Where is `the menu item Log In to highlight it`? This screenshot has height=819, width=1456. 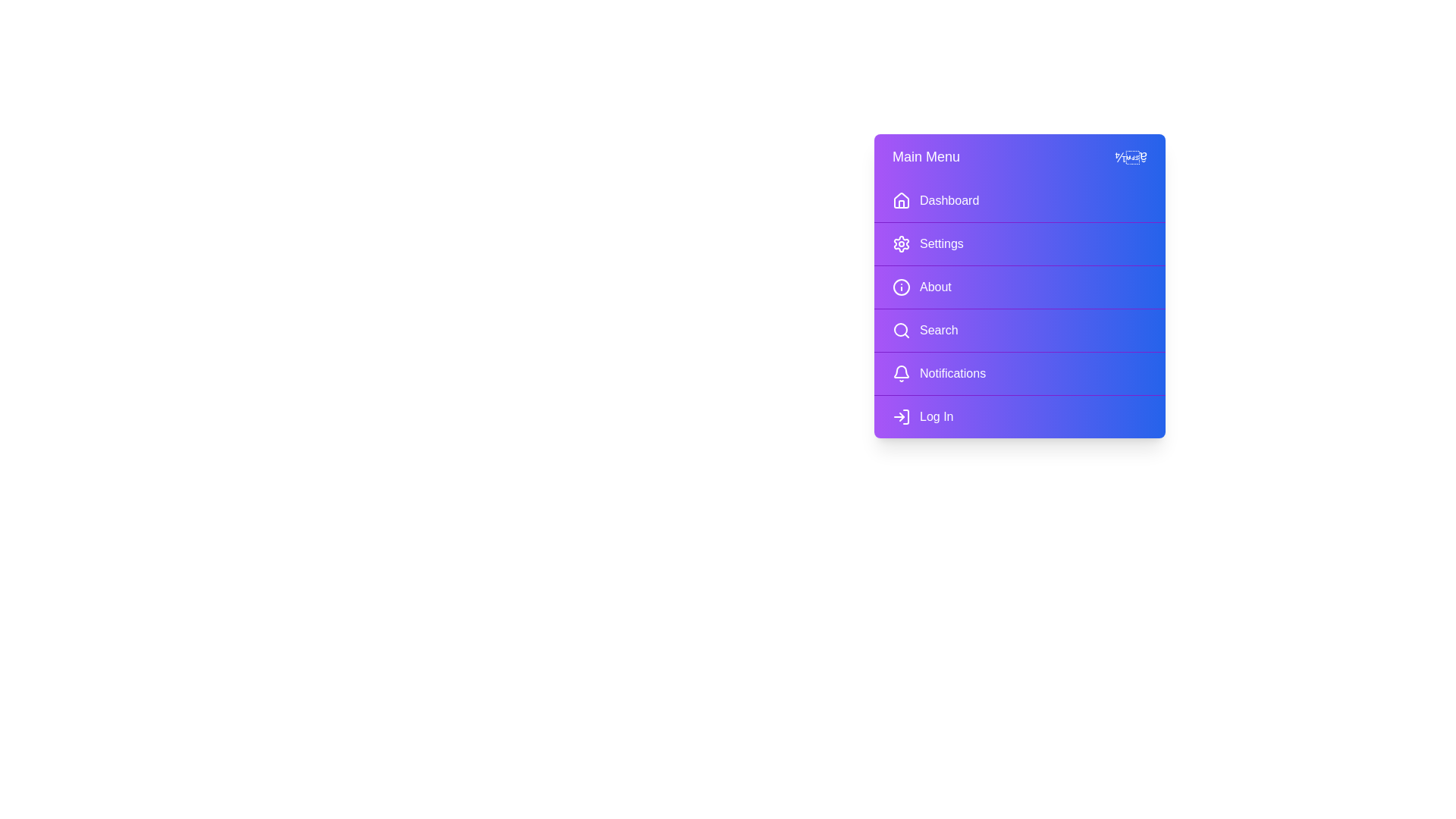 the menu item Log In to highlight it is located at coordinates (1019, 416).